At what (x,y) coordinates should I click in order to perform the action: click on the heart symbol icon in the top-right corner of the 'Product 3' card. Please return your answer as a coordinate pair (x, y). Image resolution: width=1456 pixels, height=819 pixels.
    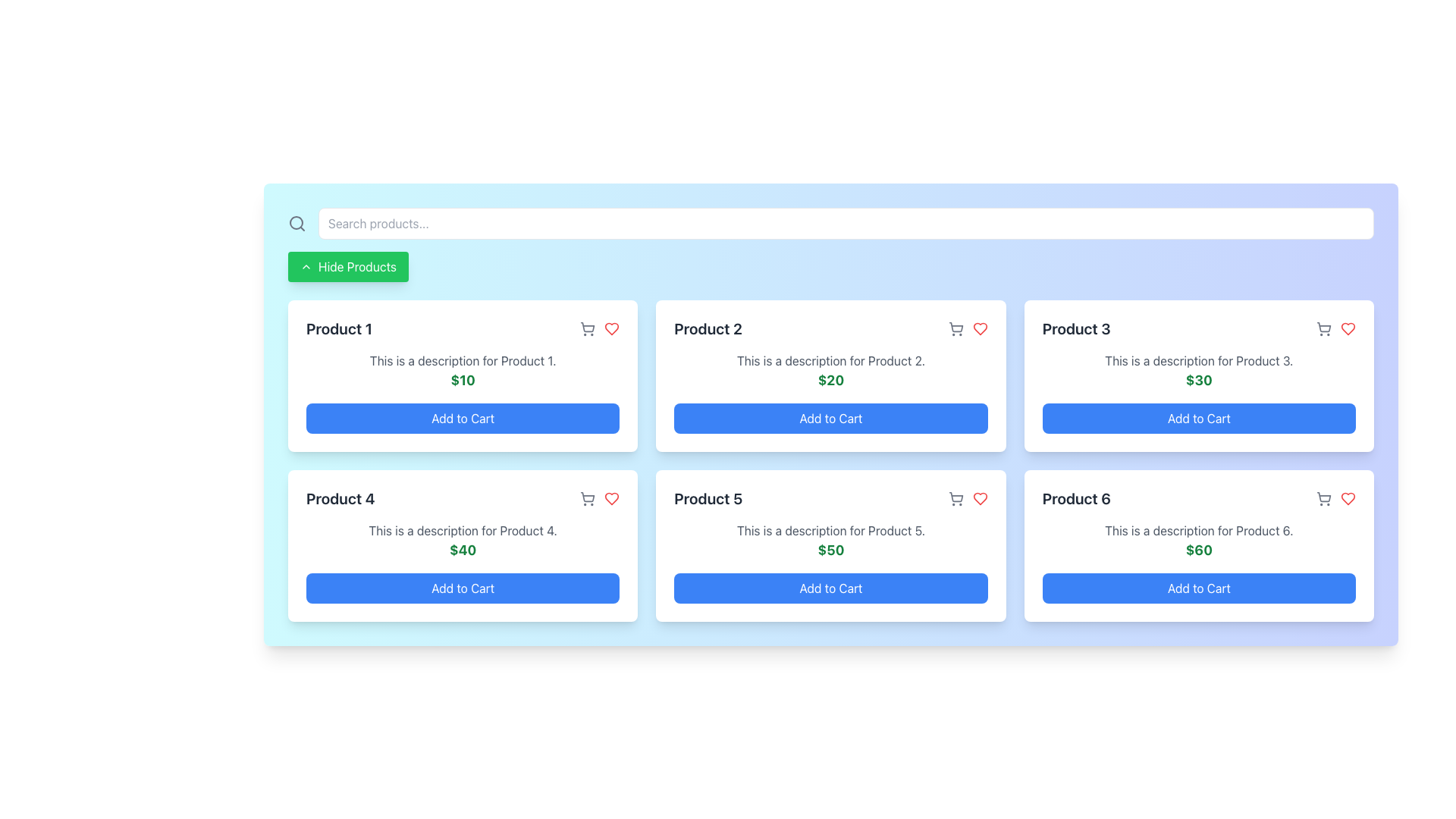
    Looking at the image, I should click on (1348, 328).